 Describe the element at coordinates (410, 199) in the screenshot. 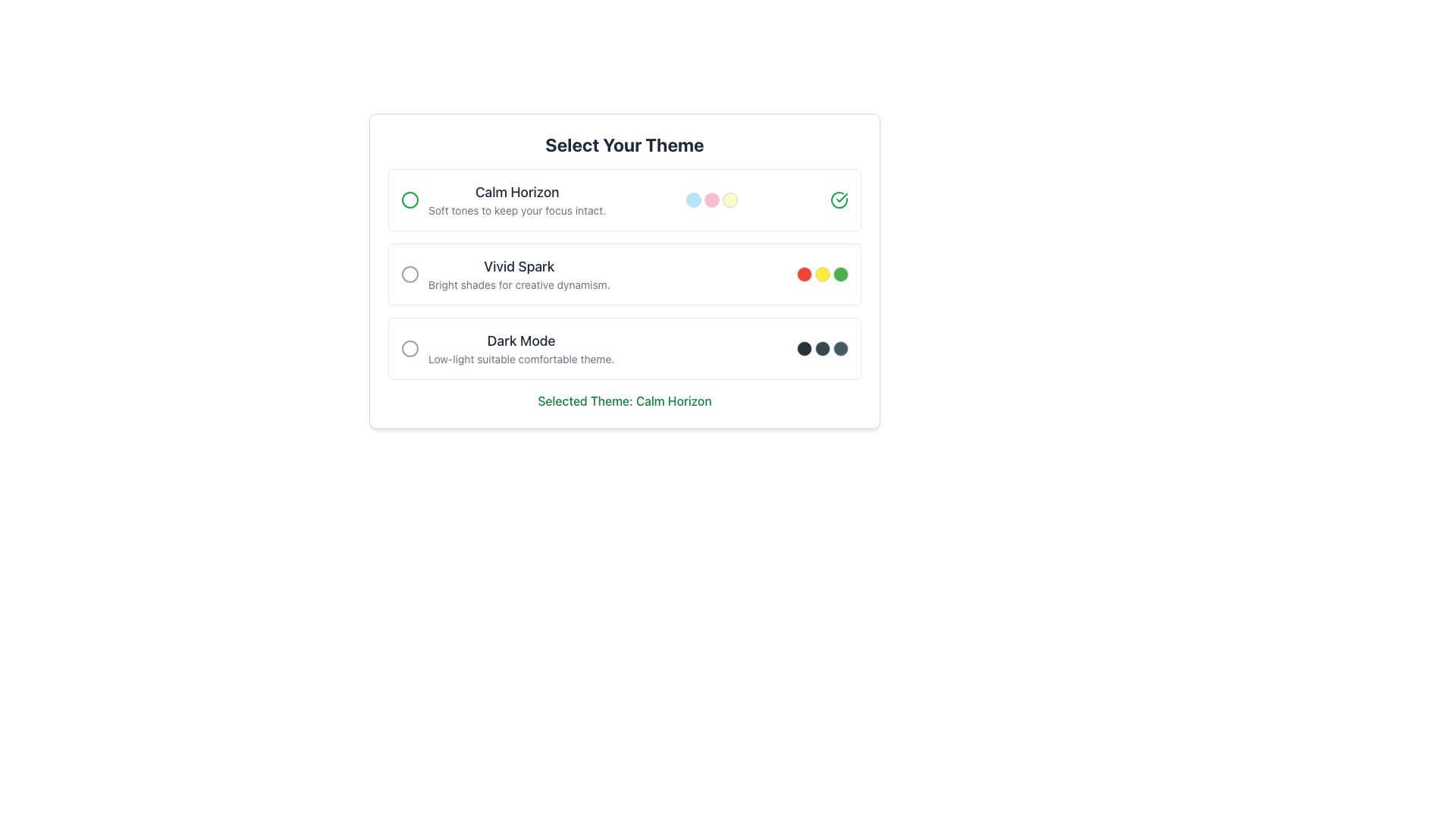

I see `the SVG circle decorative component located to the left of the 'Calm Horizon' theme label in the theme selection panel` at that location.